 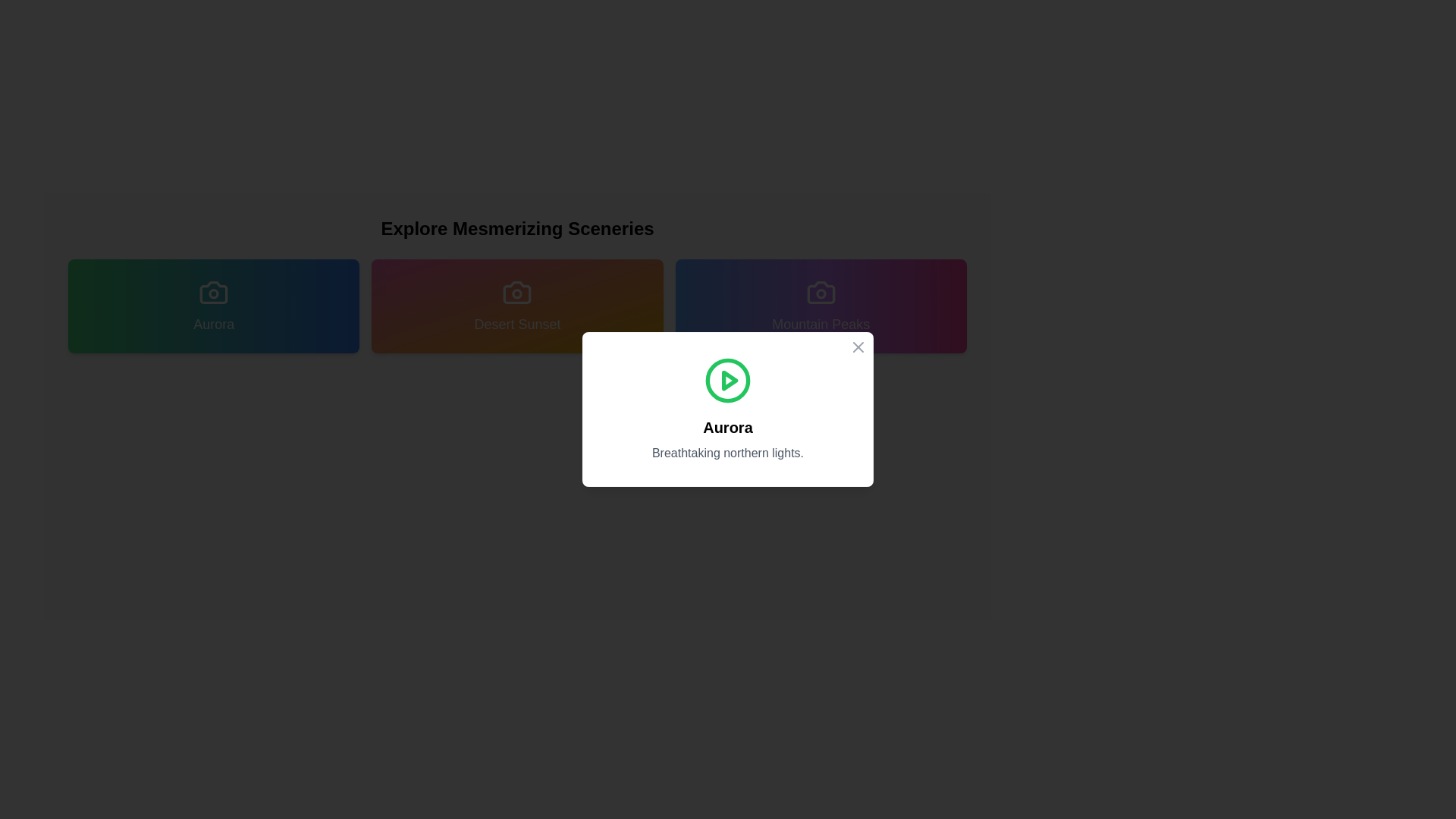 What do you see at coordinates (730, 379) in the screenshot?
I see `the play button represented by a white triangle within a green circular icon located at the center of the modal window titled 'Aurora'` at bounding box center [730, 379].